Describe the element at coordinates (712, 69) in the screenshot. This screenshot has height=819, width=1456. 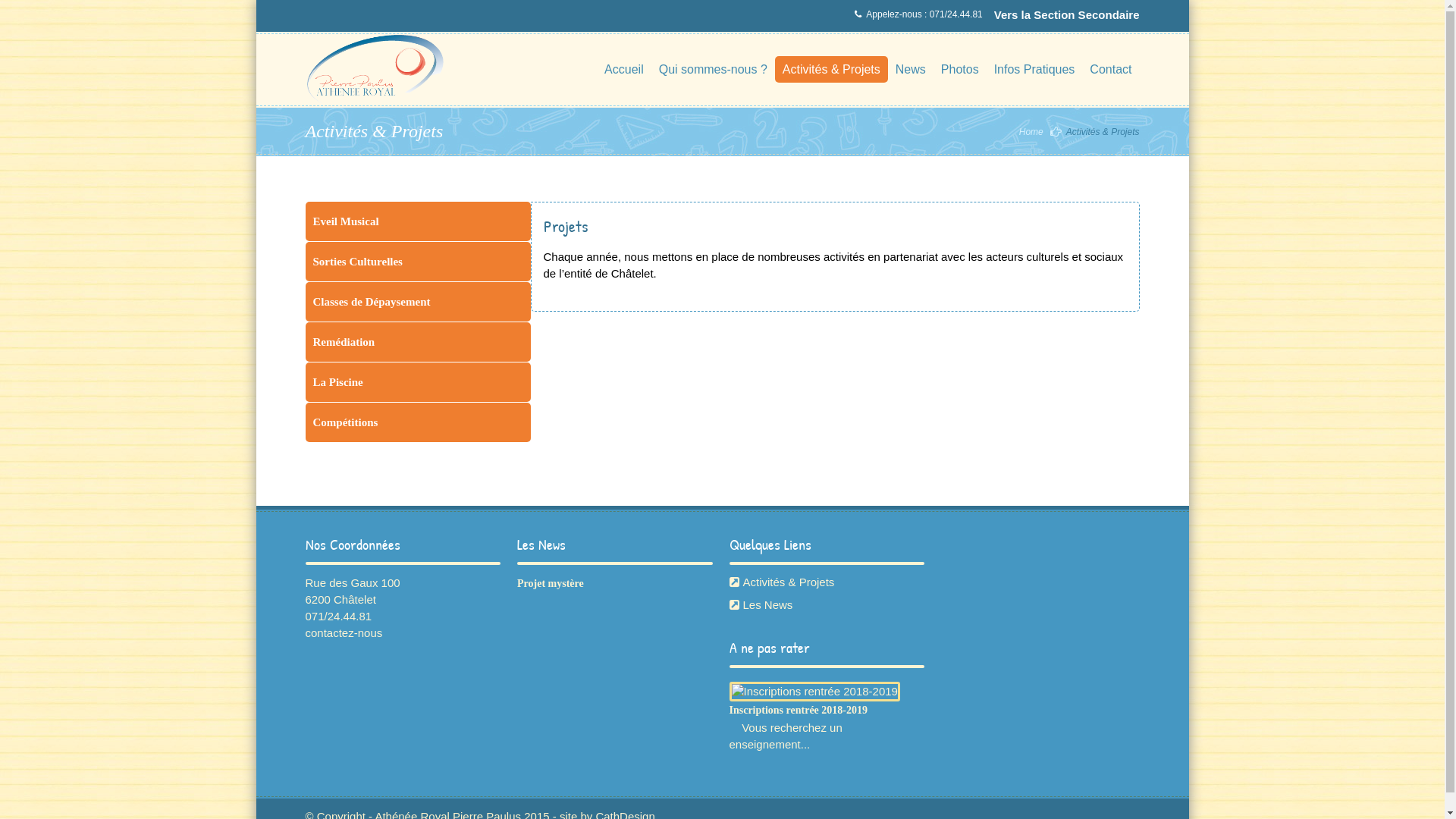
I see `'Qui sommes-nous ?'` at that location.